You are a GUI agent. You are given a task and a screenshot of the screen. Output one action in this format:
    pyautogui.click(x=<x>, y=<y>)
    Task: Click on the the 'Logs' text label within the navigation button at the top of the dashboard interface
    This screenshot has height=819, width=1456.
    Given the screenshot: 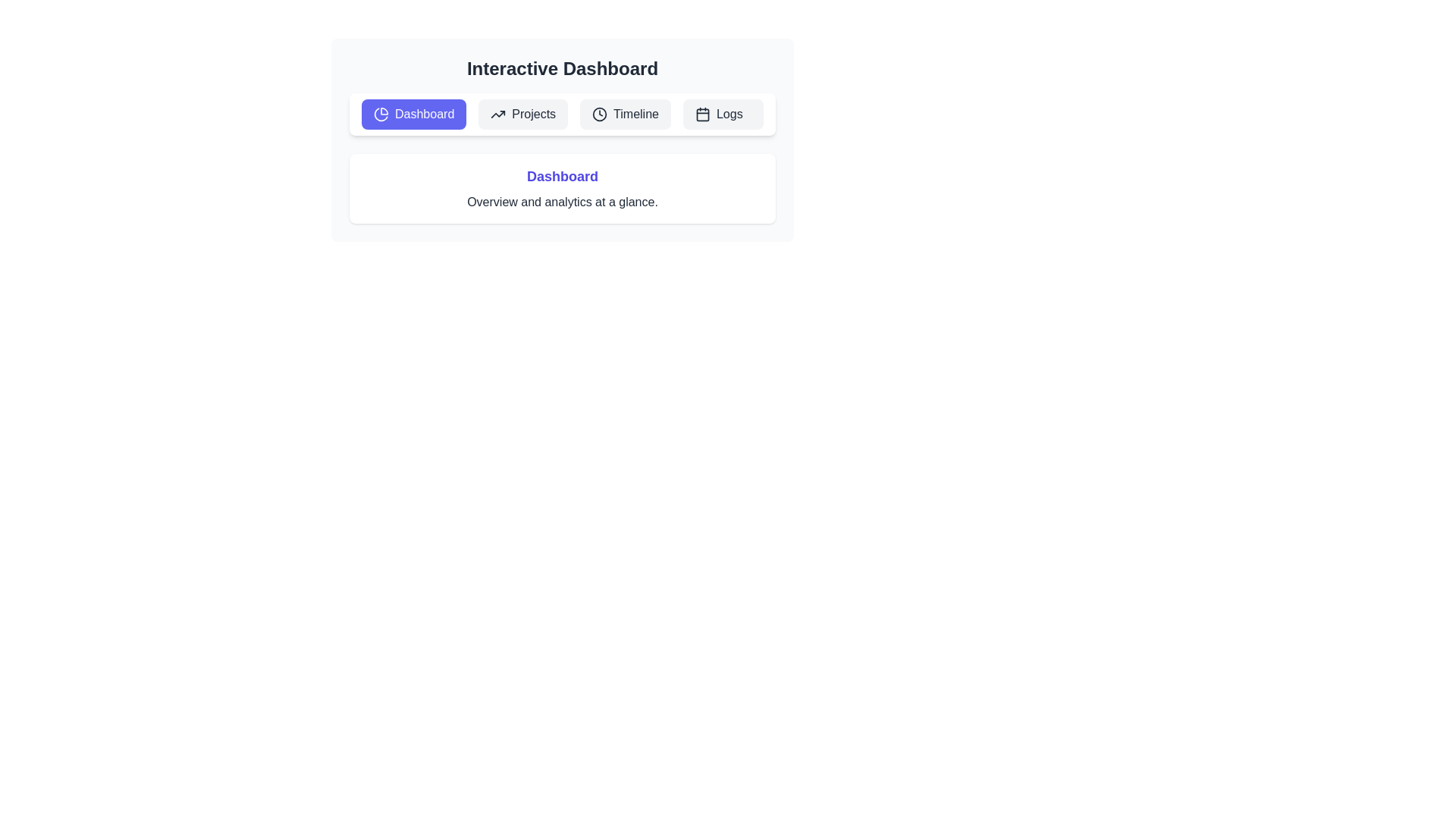 What is the action you would take?
    pyautogui.click(x=730, y=113)
    